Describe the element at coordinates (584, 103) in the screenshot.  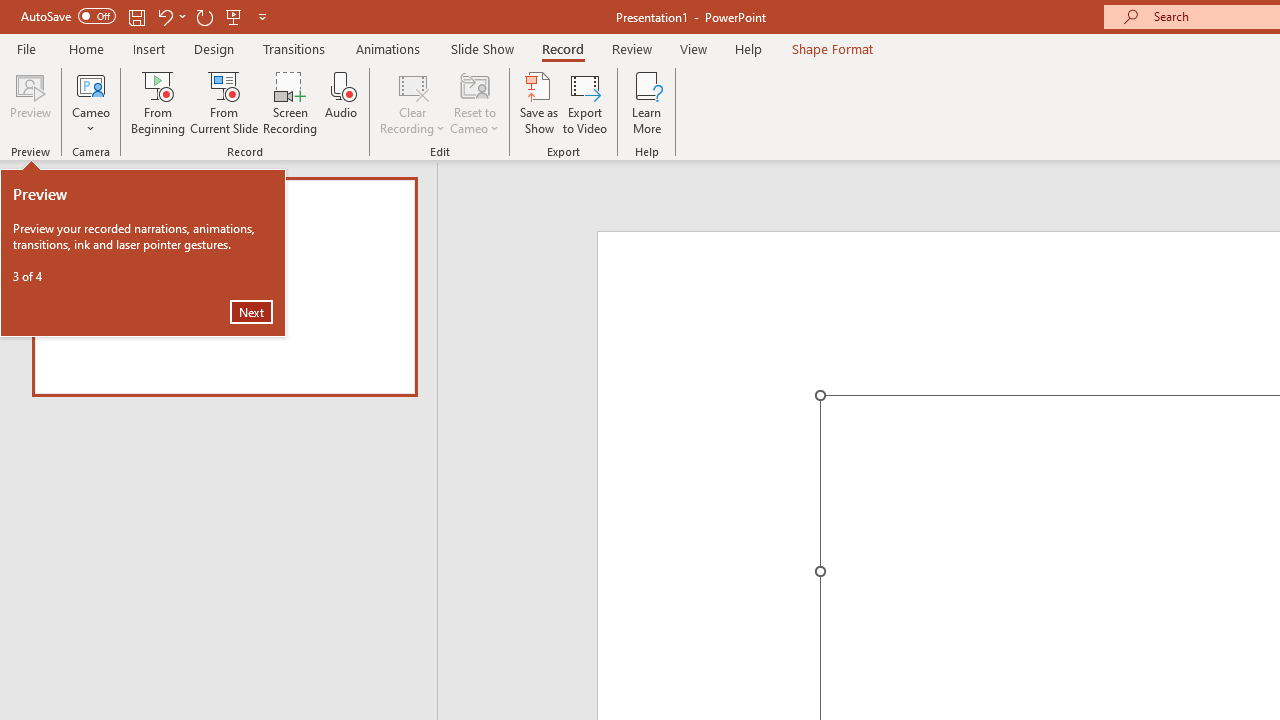
I see `'Export to Video'` at that location.